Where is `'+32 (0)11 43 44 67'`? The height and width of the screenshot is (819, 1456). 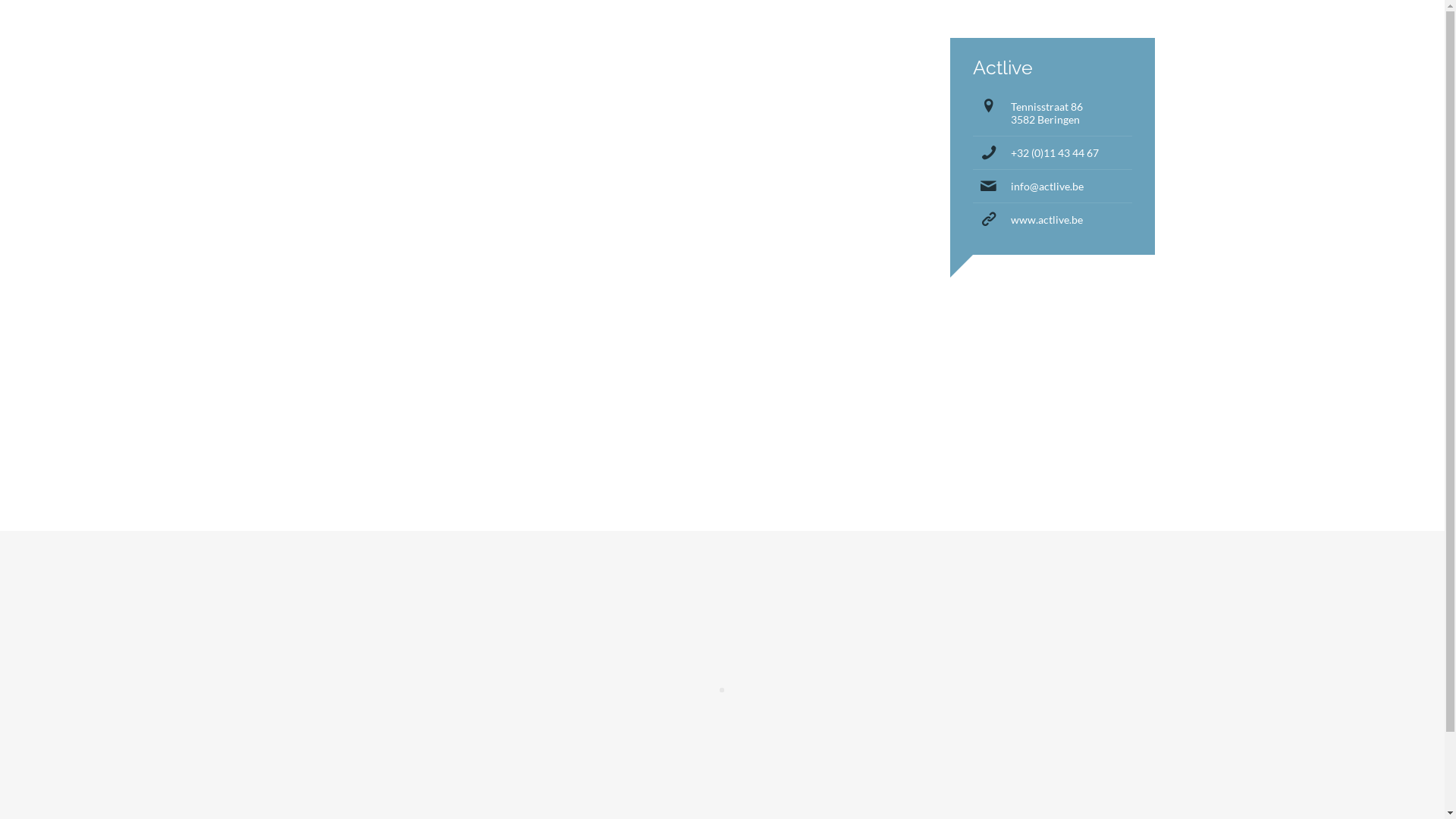 '+32 (0)11 43 44 67' is located at coordinates (1053, 152).